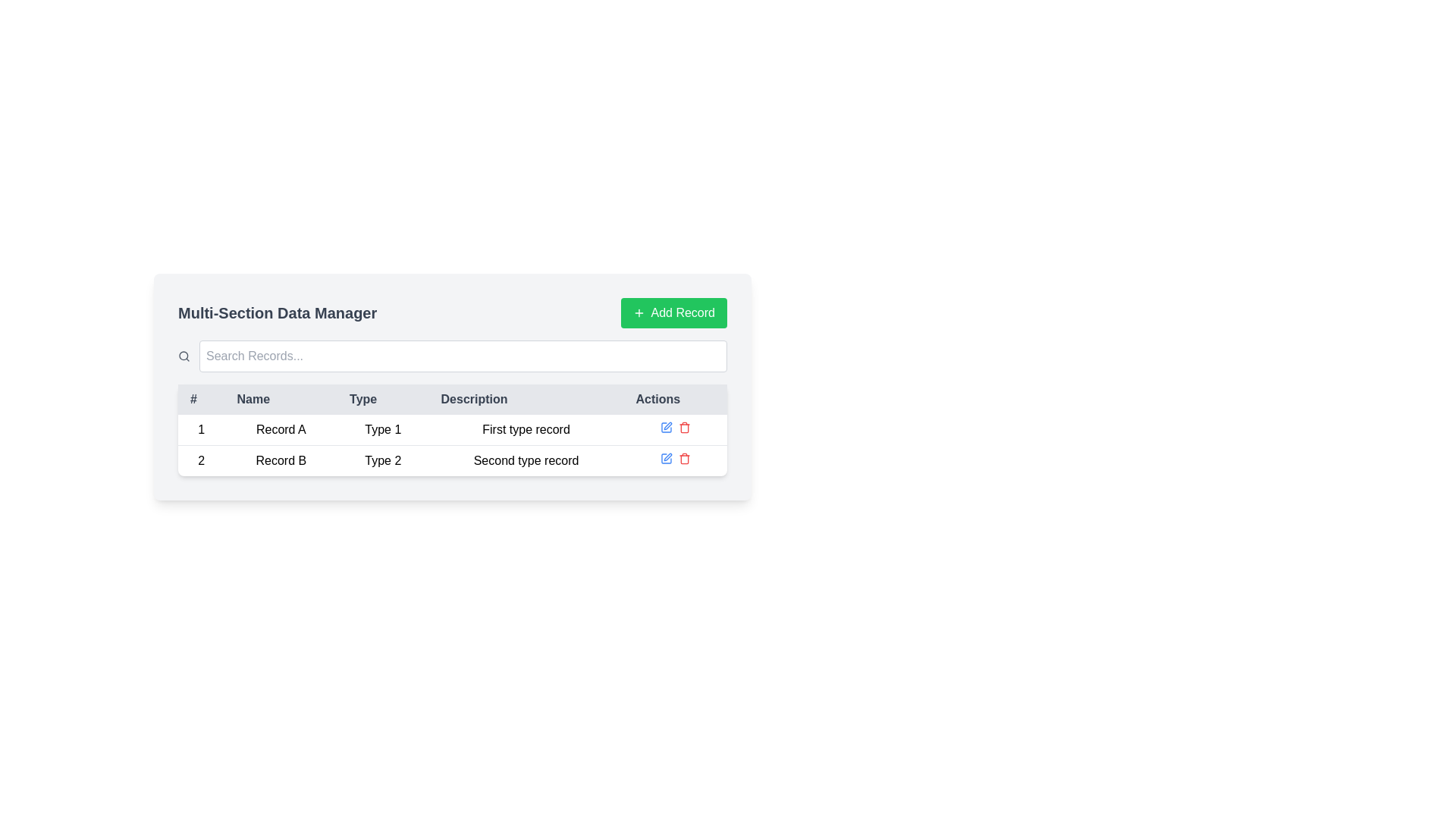  Describe the element at coordinates (278, 312) in the screenshot. I see `the prominent text label 'Multi-Section Data Manager', which is styled with a bold font and gray coloring, located at the top of the section` at that location.